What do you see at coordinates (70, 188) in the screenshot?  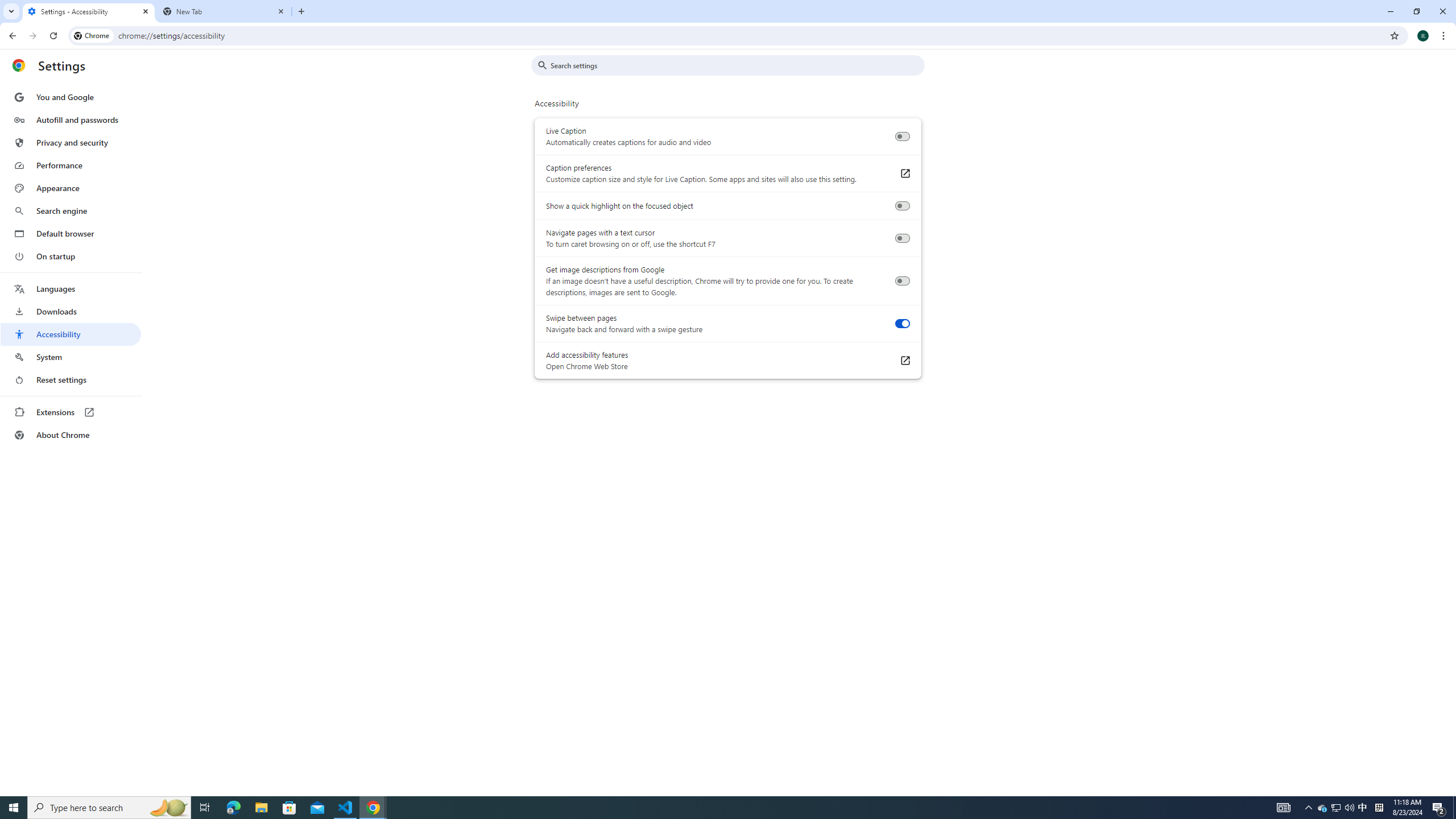 I see `'Appearance'` at bounding box center [70, 188].